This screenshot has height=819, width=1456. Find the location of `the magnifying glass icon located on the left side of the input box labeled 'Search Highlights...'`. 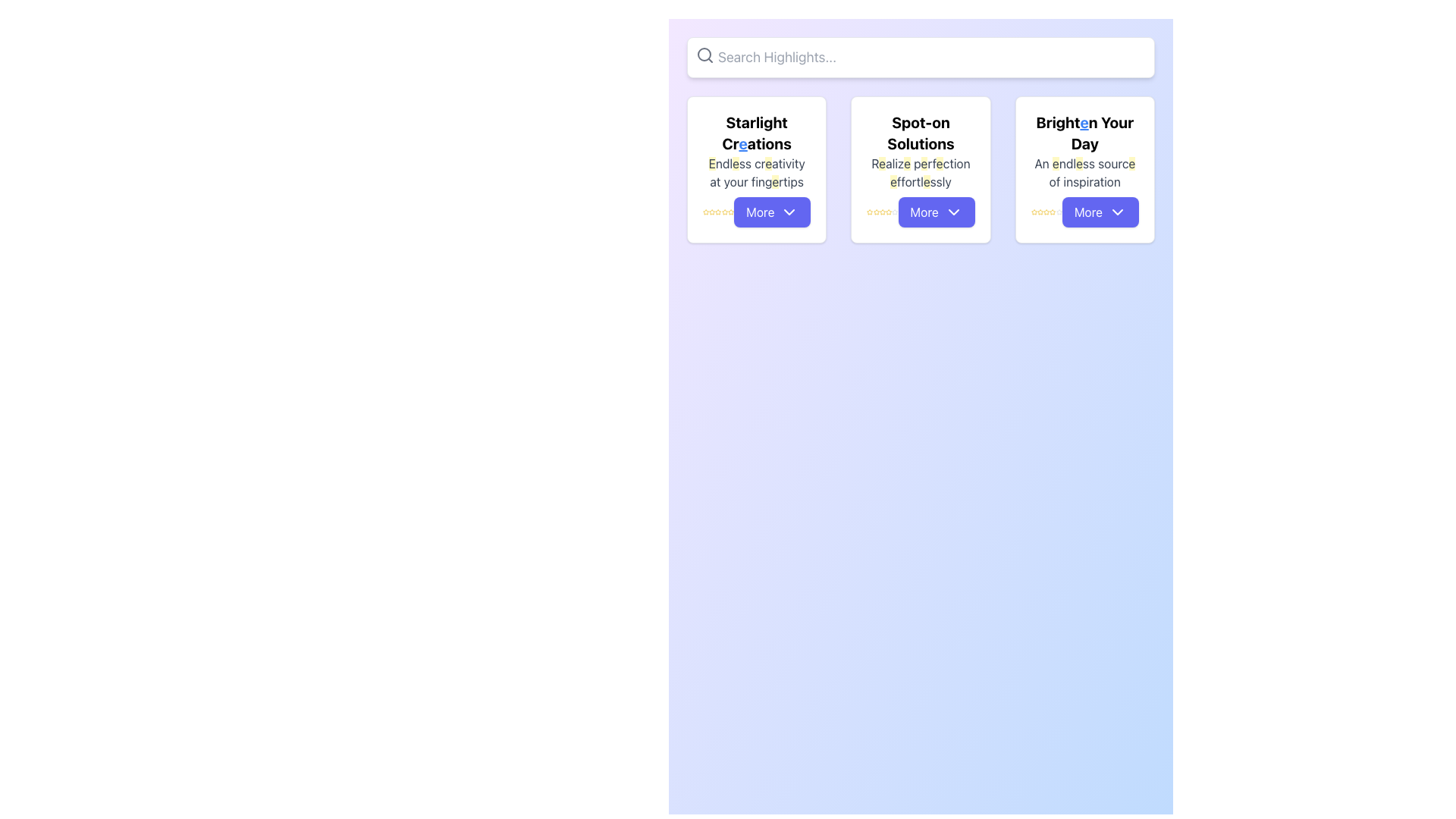

the magnifying glass icon located on the left side of the input box labeled 'Search Highlights...' is located at coordinates (704, 55).